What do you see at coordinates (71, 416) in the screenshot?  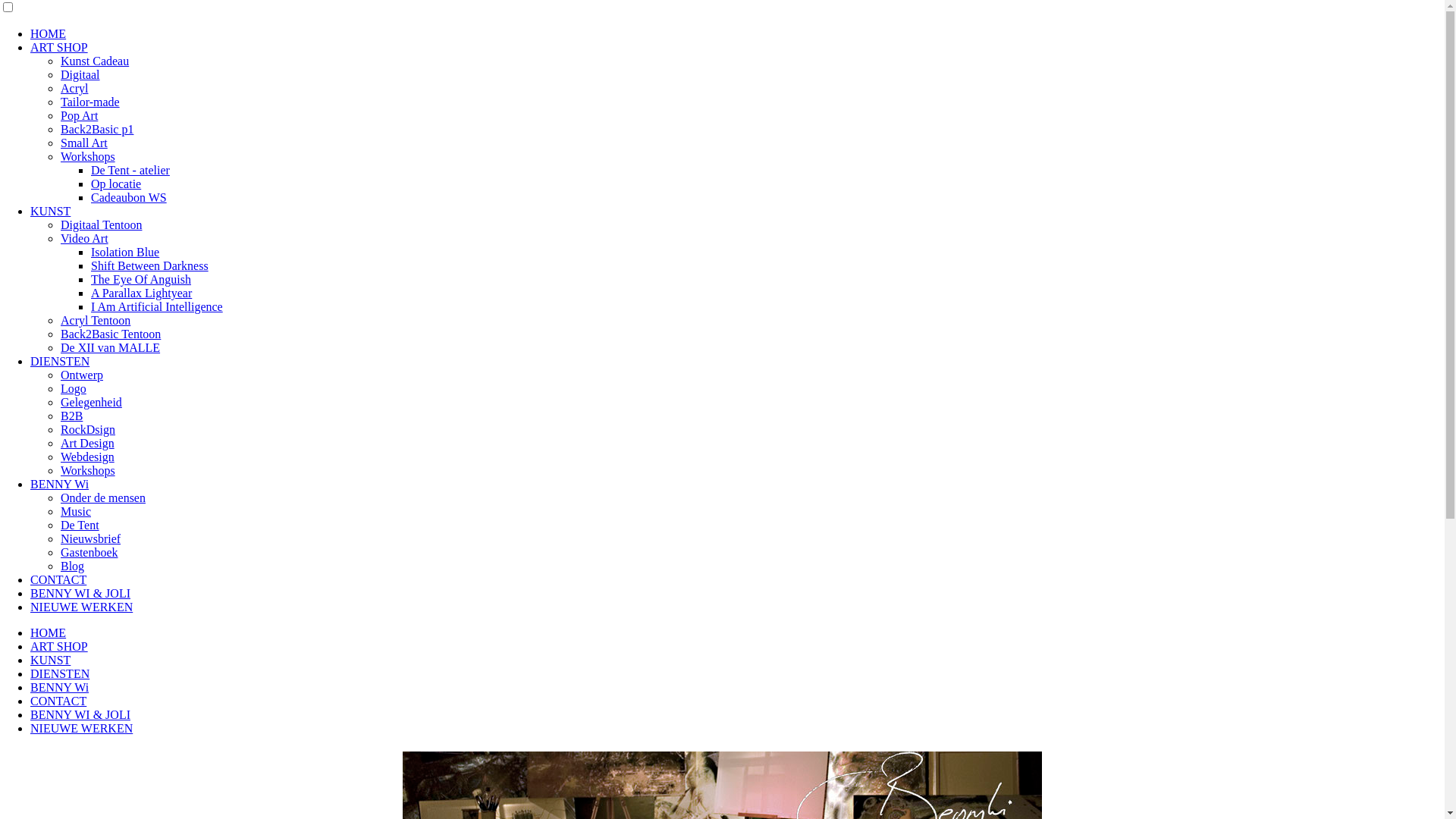 I see `'B2B'` at bounding box center [71, 416].